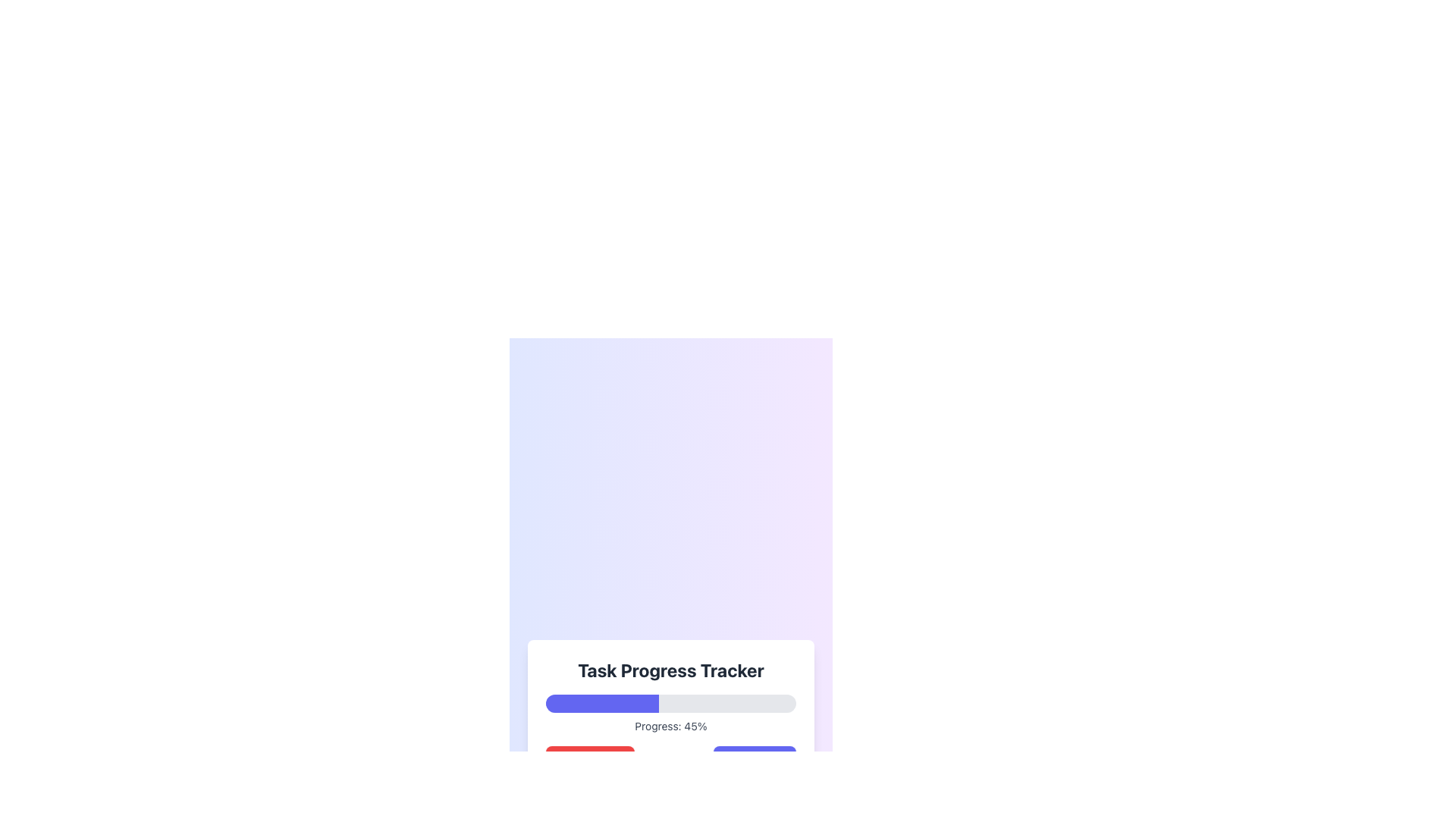 This screenshot has width=1456, height=819. Describe the element at coordinates (670, 725) in the screenshot. I see `the text label displaying 'Progress: 45%' located below the progress bar in the 'Task Progress Tracker' card` at that location.